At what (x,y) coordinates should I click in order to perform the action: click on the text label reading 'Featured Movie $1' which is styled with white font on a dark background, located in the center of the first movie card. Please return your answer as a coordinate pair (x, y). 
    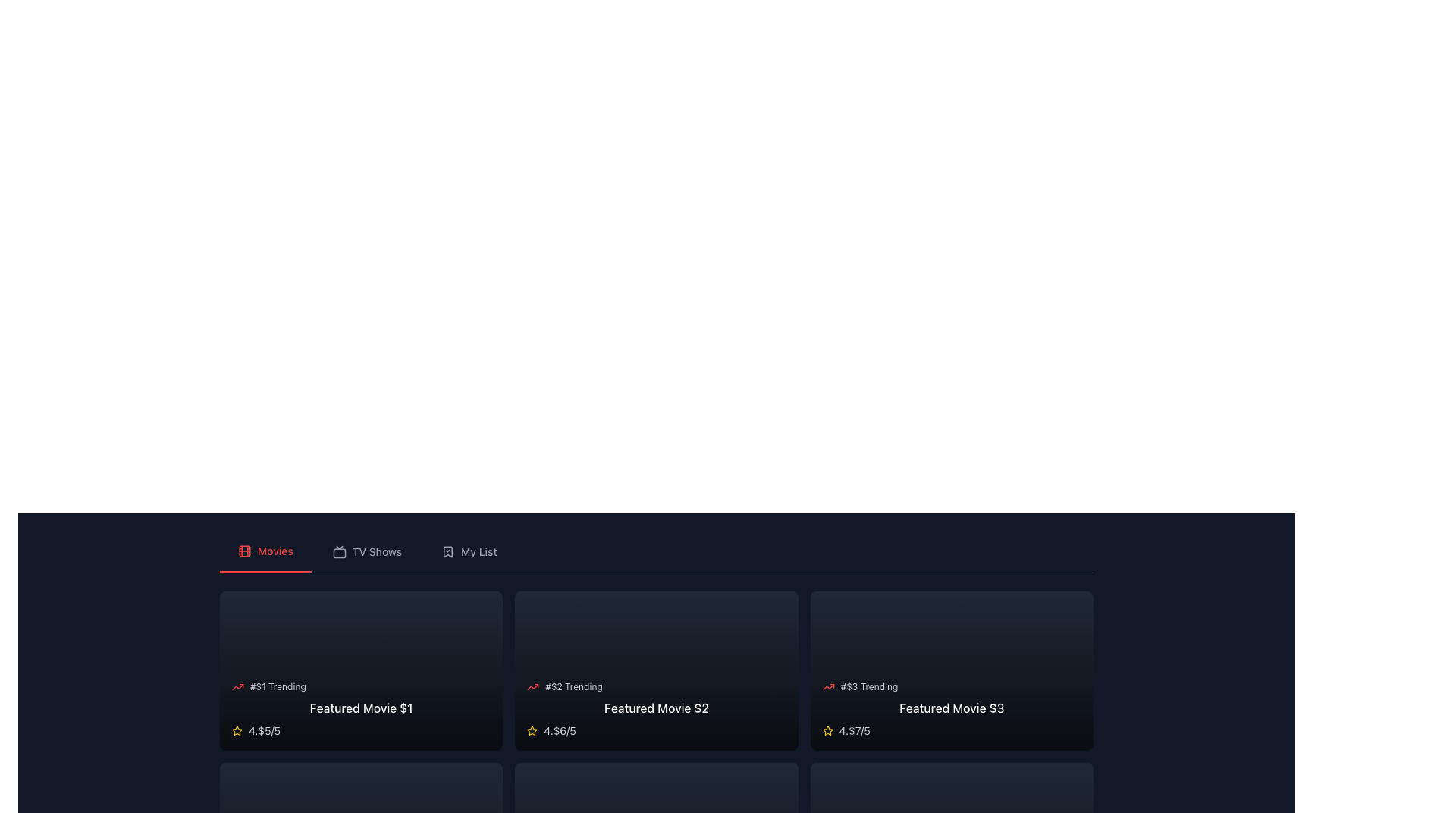
    Looking at the image, I should click on (360, 708).